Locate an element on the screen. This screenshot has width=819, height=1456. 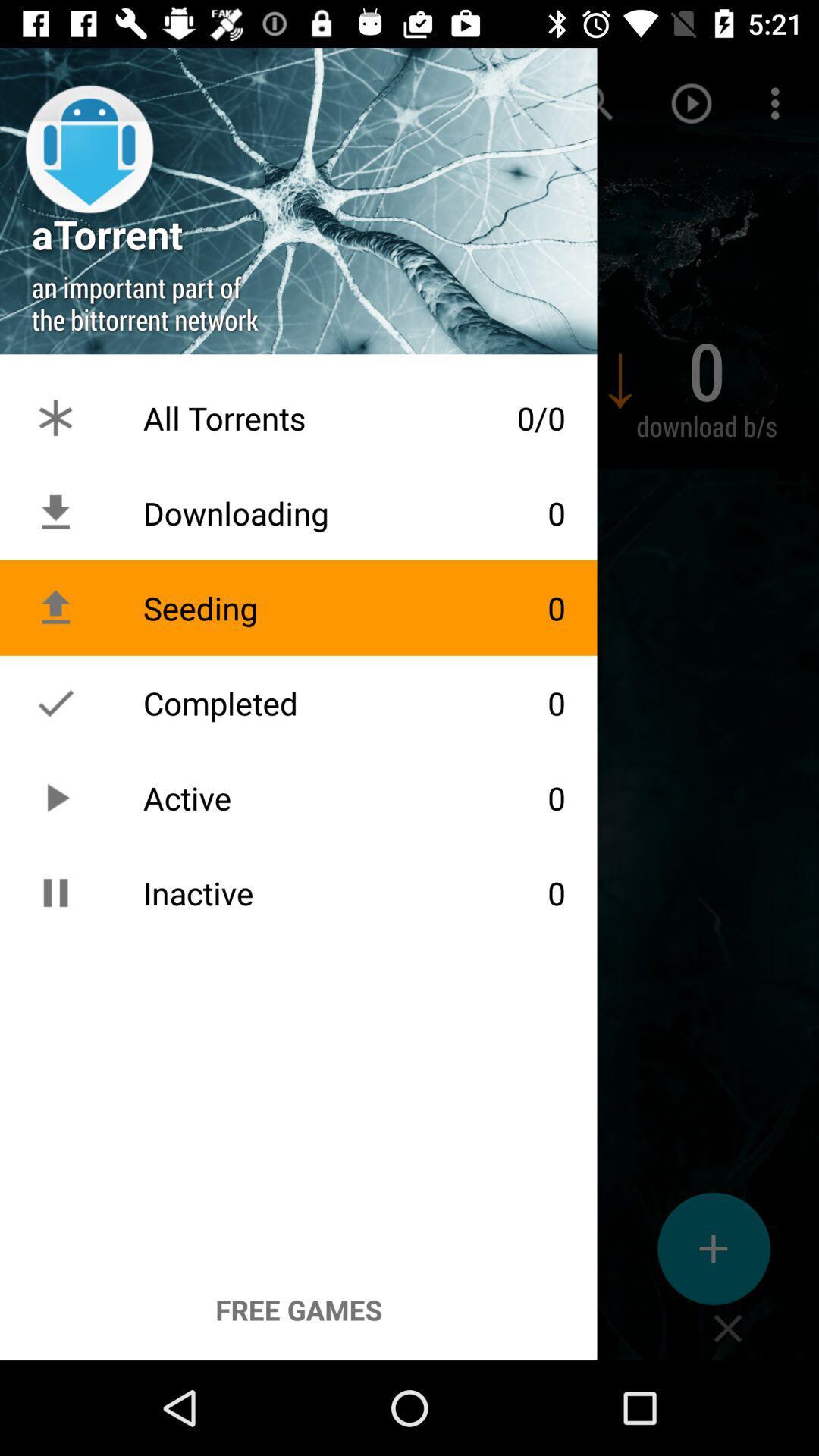
the more options icon on the top right of the page is located at coordinates (779, 103).